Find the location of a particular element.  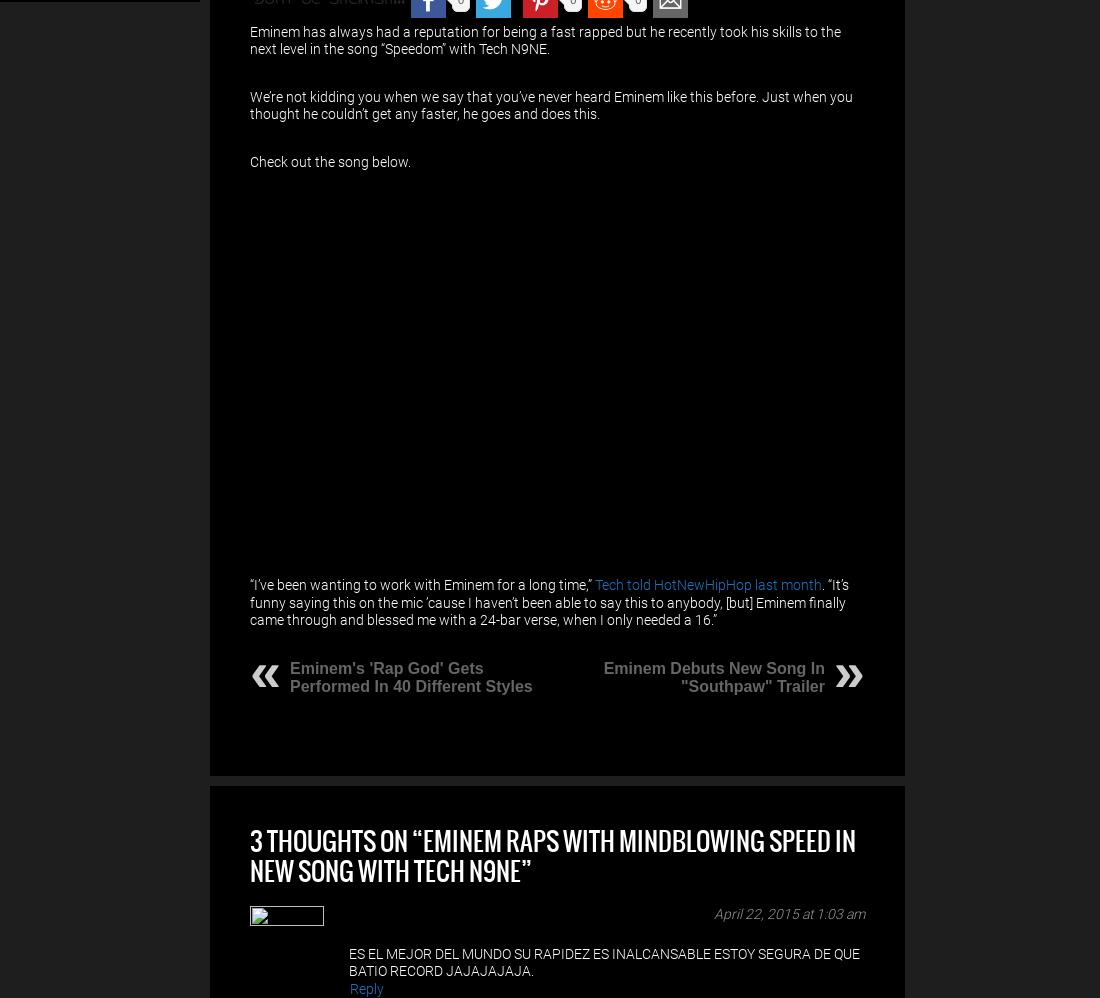

'ES EL MEJOR DEL MUNDO SU RAPIDEZ  ES INALCANSABLE ESTOY SEGURA DE QUE BATIO RECORD JAJAJAJAJA.' is located at coordinates (349, 960).